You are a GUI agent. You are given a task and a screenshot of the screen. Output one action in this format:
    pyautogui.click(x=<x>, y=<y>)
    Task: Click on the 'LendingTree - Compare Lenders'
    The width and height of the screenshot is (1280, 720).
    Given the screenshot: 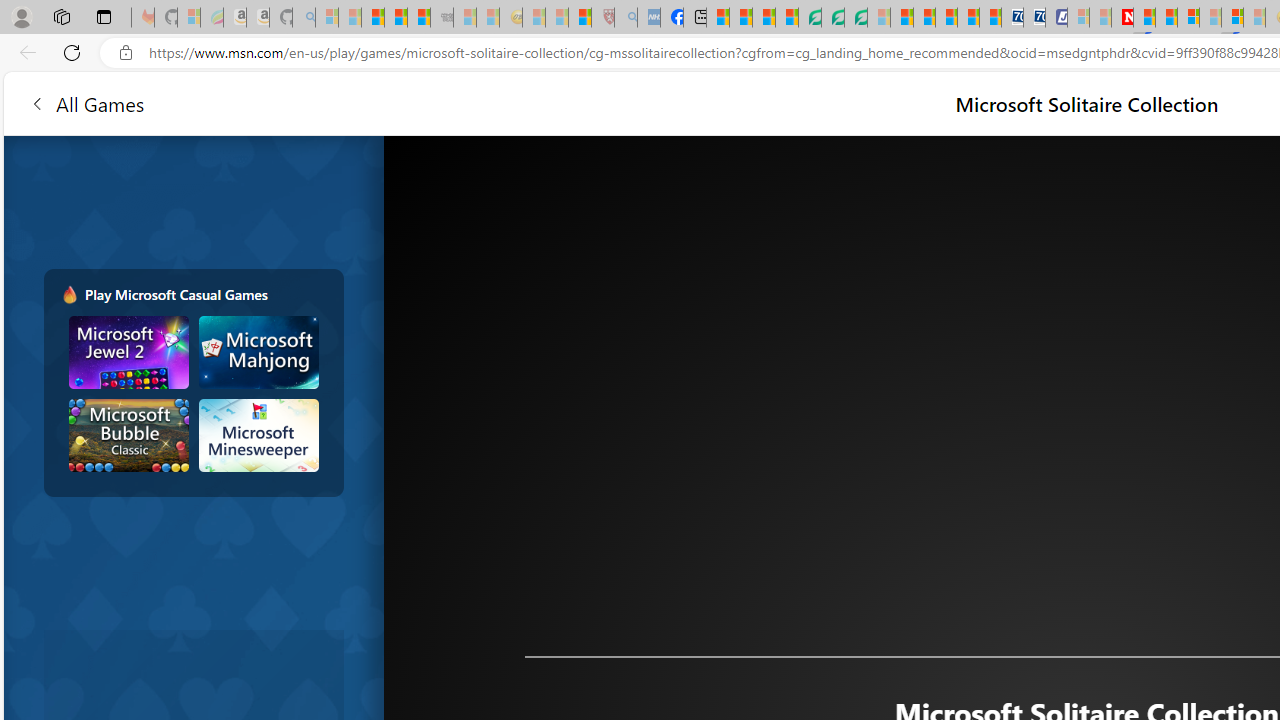 What is the action you would take?
    pyautogui.click(x=809, y=17)
    